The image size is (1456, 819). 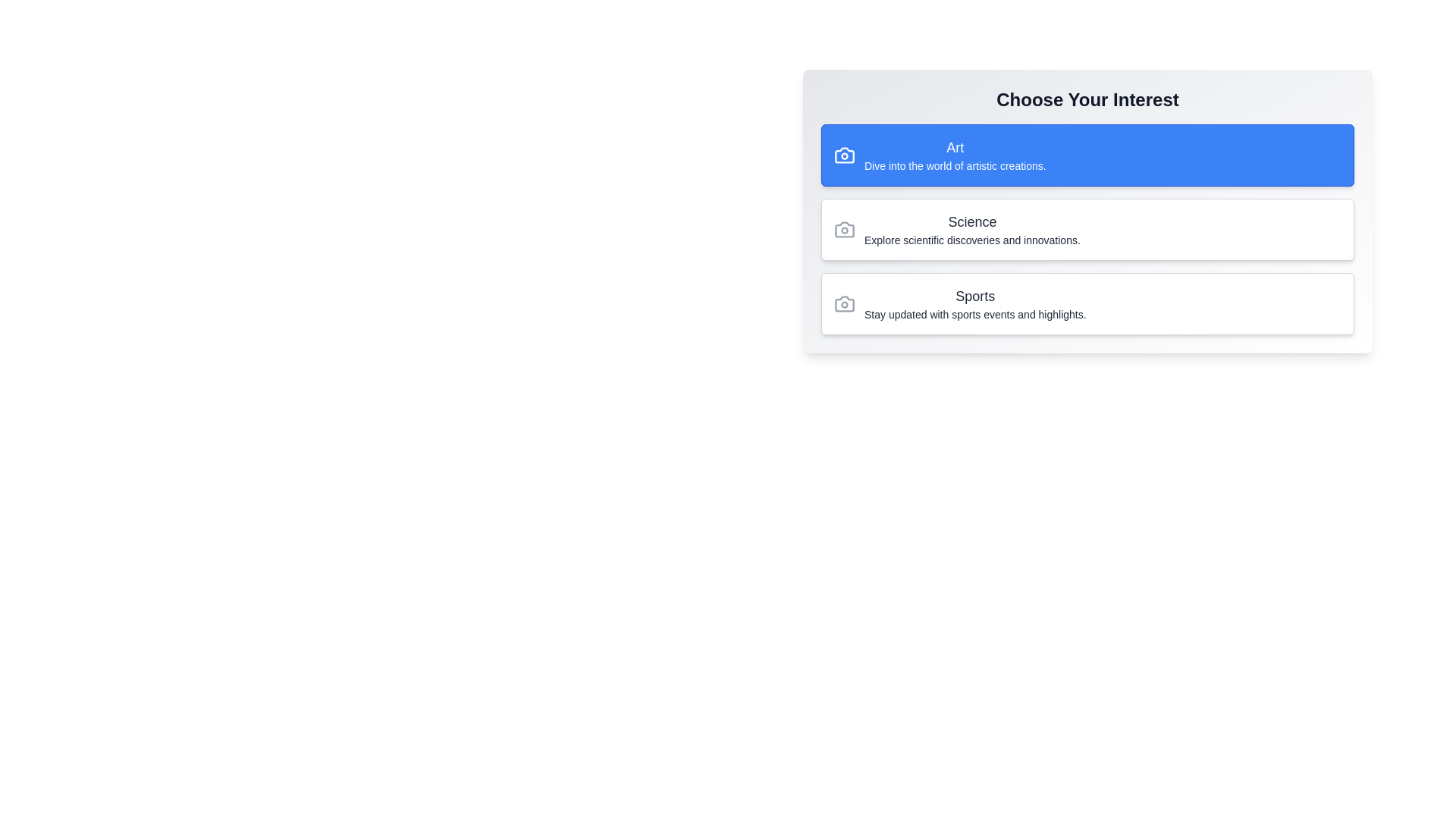 What do you see at coordinates (843, 155) in the screenshot?
I see `the camera icon located on the left side of the 'Art' option in the 'Choose Your Interest' selection list` at bounding box center [843, 155].